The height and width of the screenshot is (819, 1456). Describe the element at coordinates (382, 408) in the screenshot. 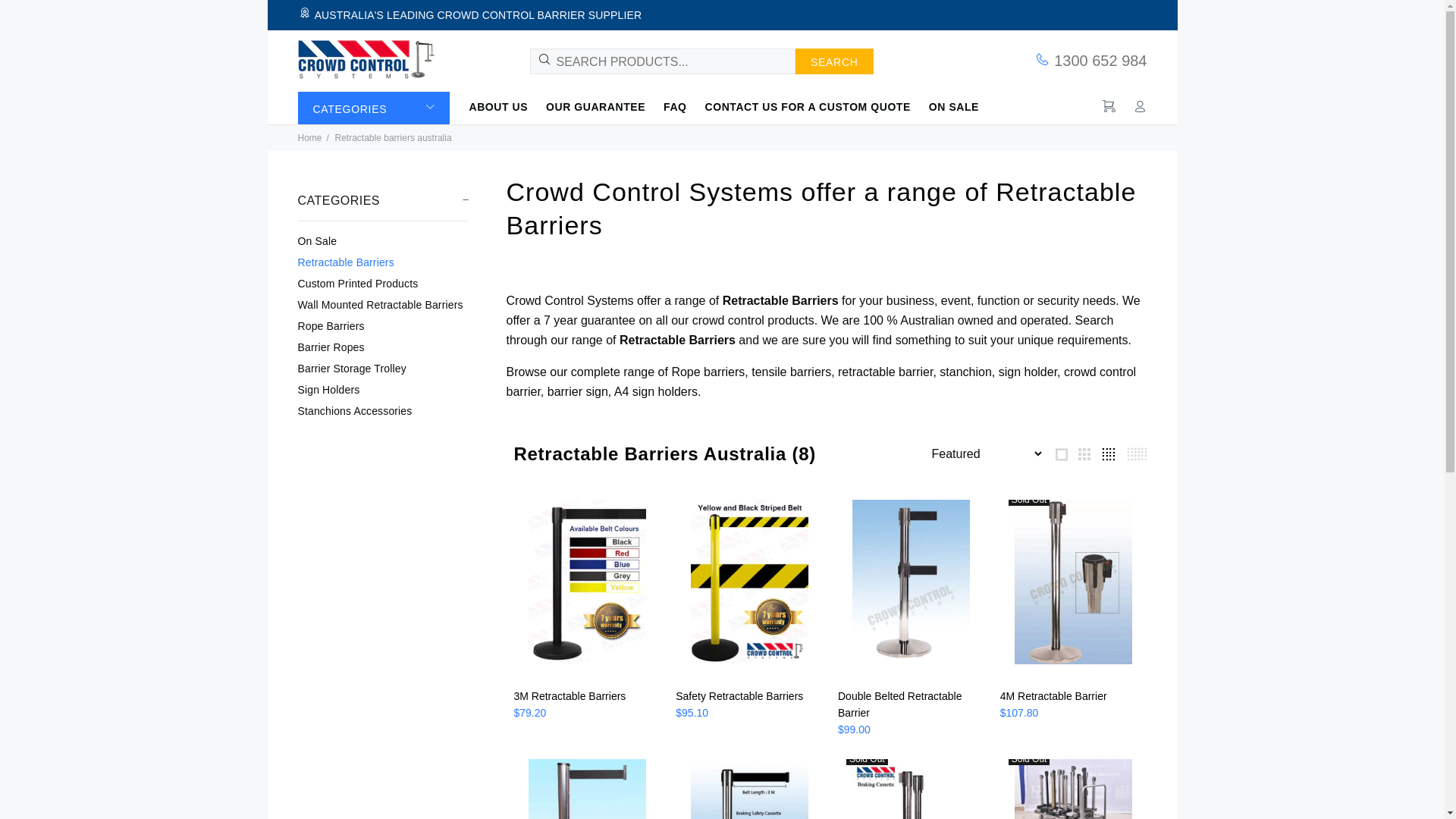

I see `'Stanchions Accessories'` at that location.